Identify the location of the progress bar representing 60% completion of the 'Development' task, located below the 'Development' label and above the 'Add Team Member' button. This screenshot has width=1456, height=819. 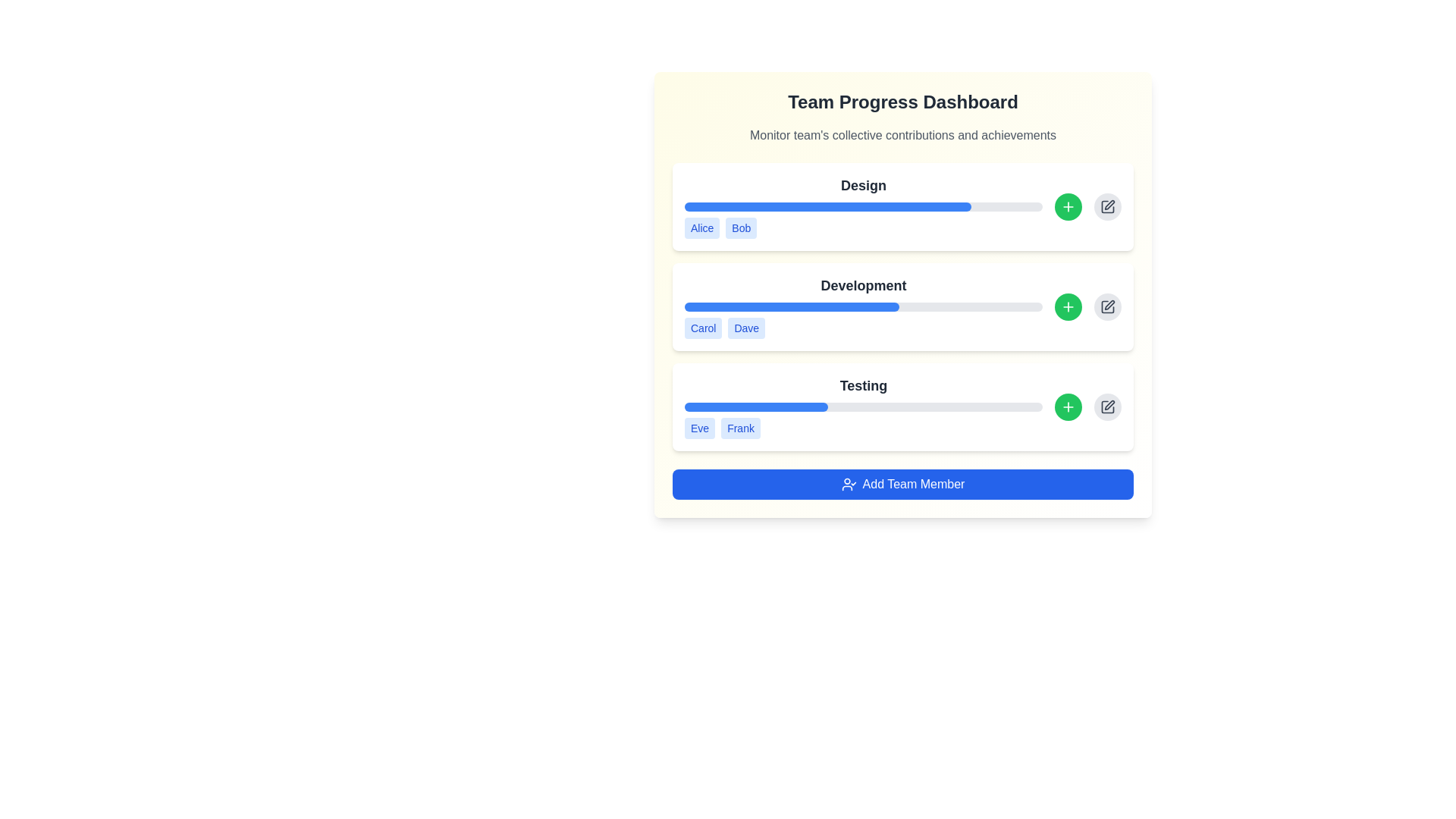
(791, 307).